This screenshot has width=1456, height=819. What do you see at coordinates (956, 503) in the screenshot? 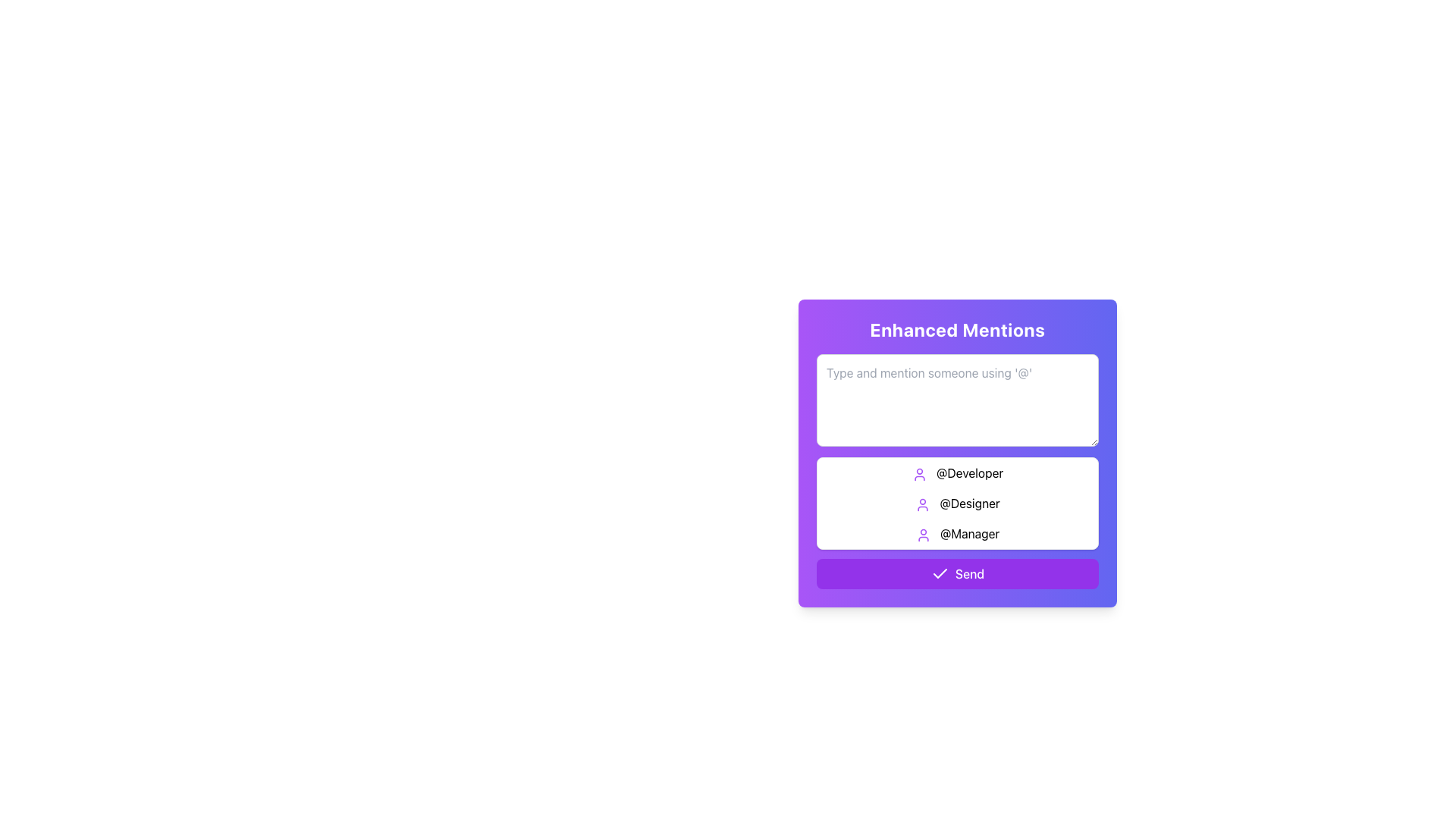
I see `the '@Designer' option in the dropdown list, which is the second item in a list of three options located in the dropdown selection box` at bounding box center [956, 503].